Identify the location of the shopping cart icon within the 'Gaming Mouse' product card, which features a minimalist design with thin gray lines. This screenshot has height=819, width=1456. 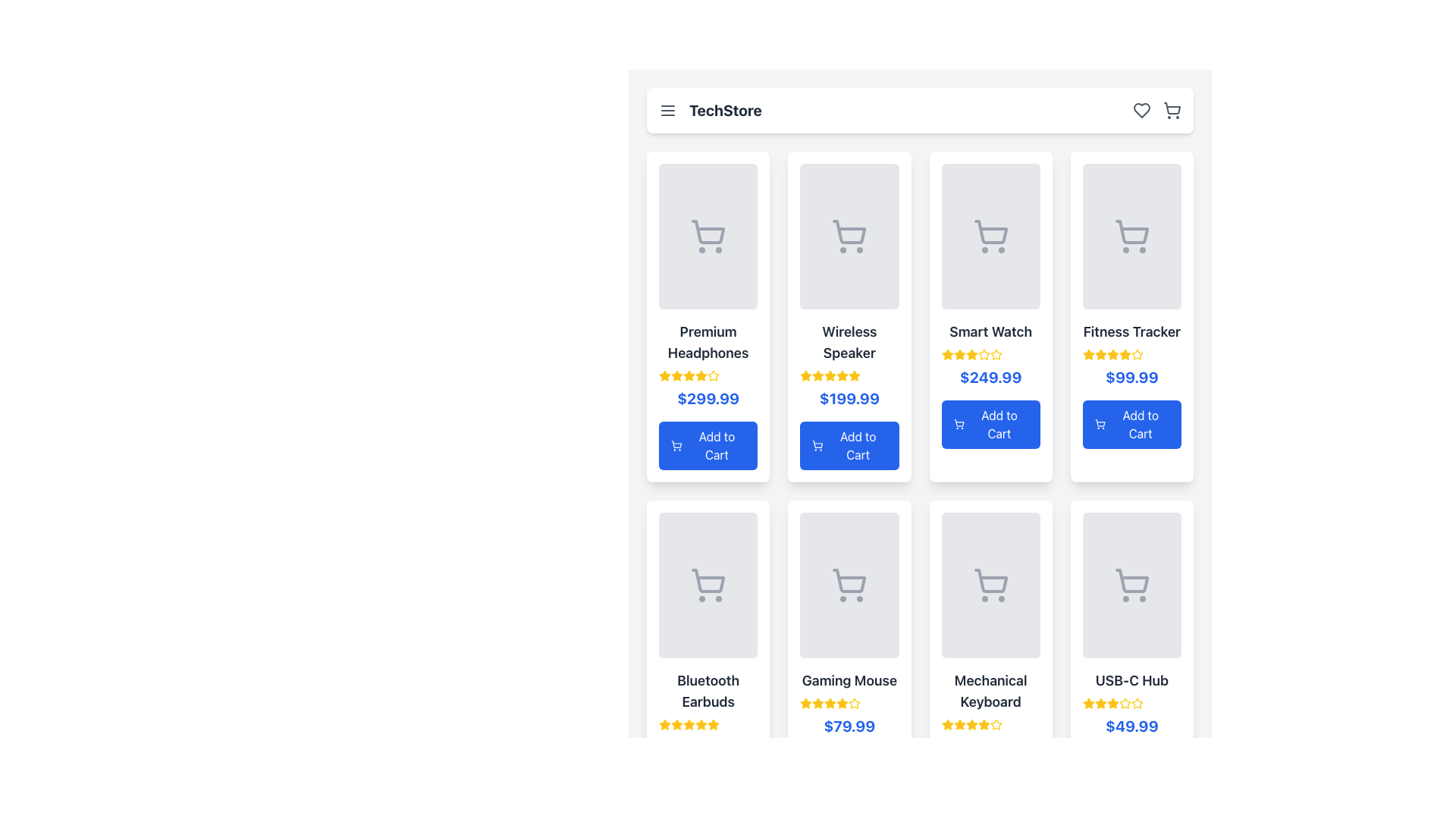
(849, 580).